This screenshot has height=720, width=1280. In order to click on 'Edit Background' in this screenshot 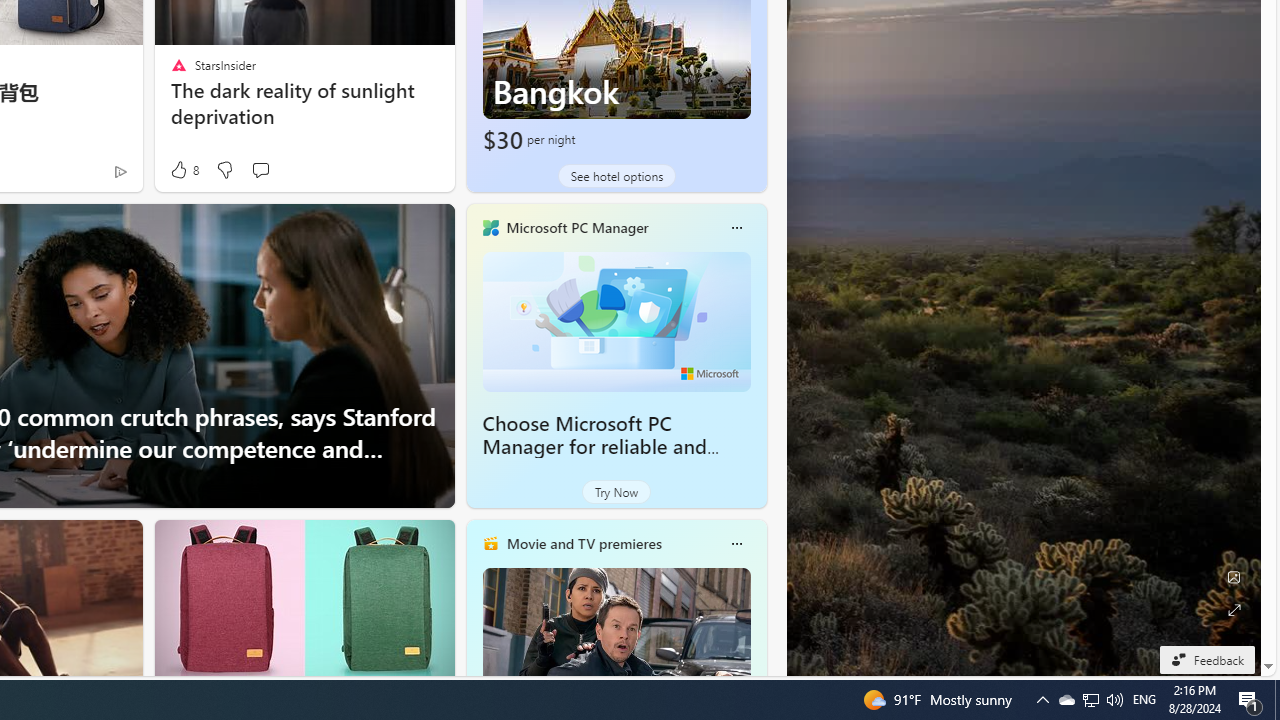, I will do `click(1232, 577)`.